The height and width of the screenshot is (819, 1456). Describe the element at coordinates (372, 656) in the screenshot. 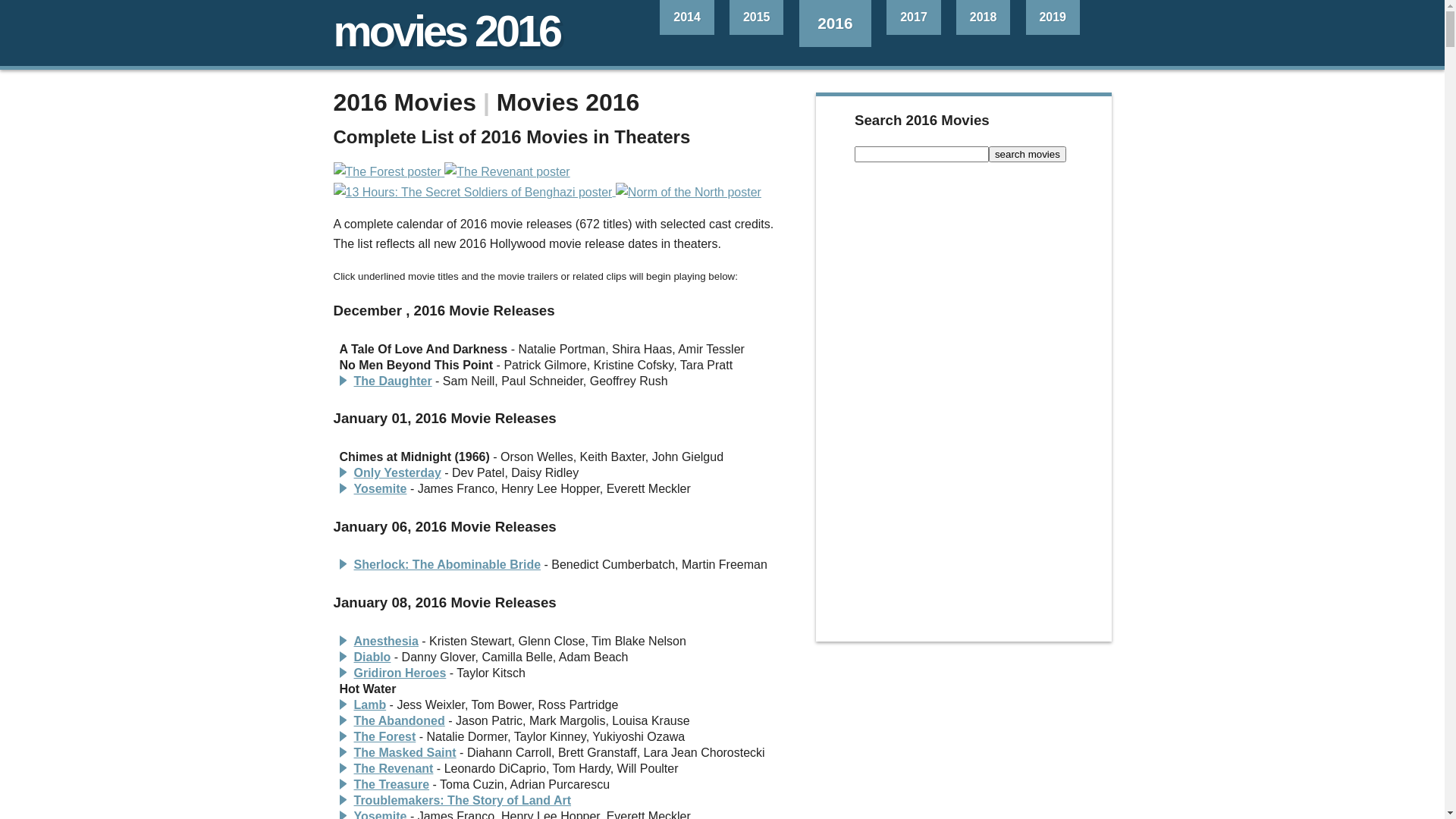

I see `'Diablo'` at that location.